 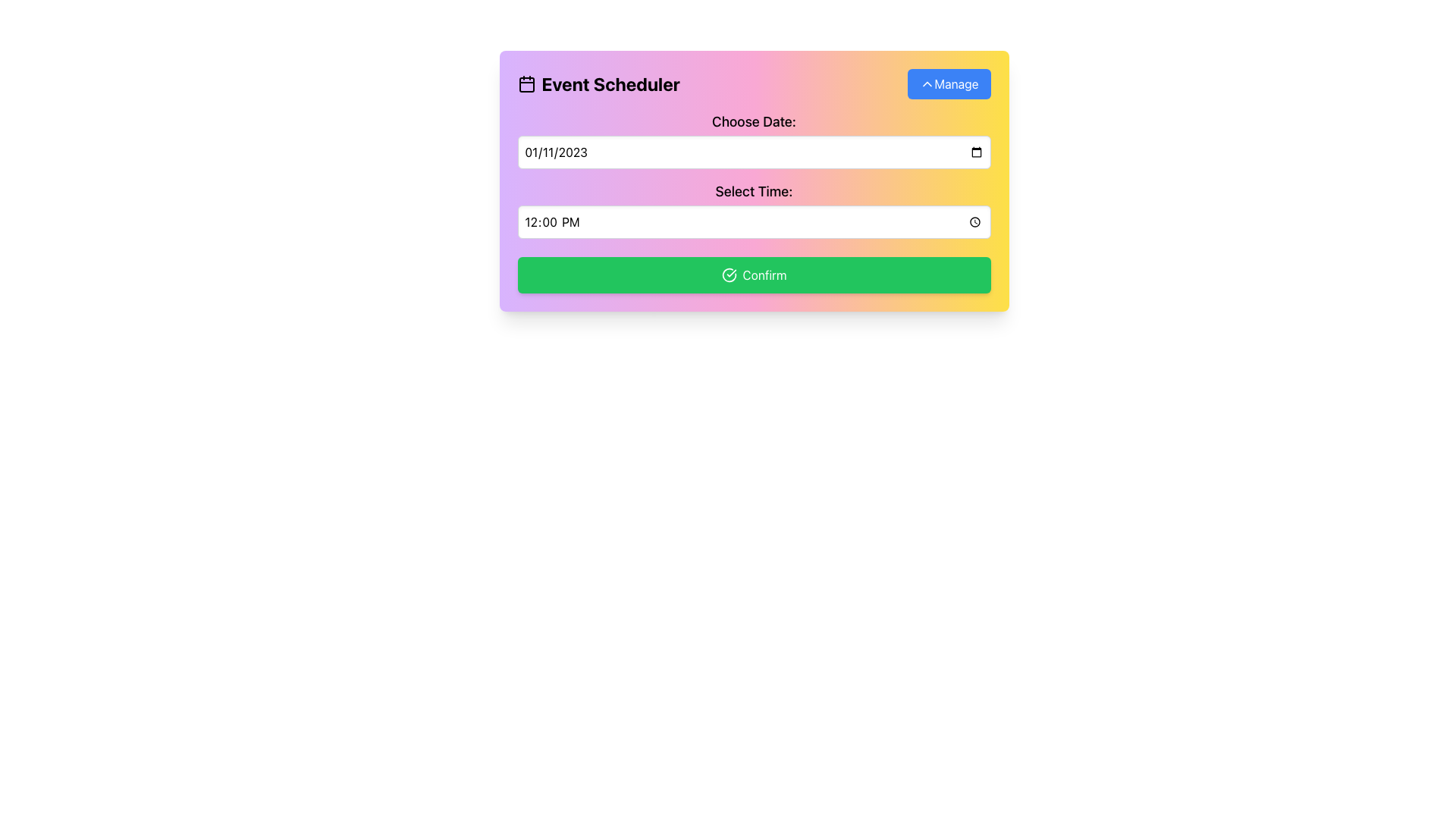 What do you see at coordinates (926, 84) in the screenshot?
I see `the icon located to the right of the text 'Manage' within the 'Manage' button` at bounding box center [926, 84].